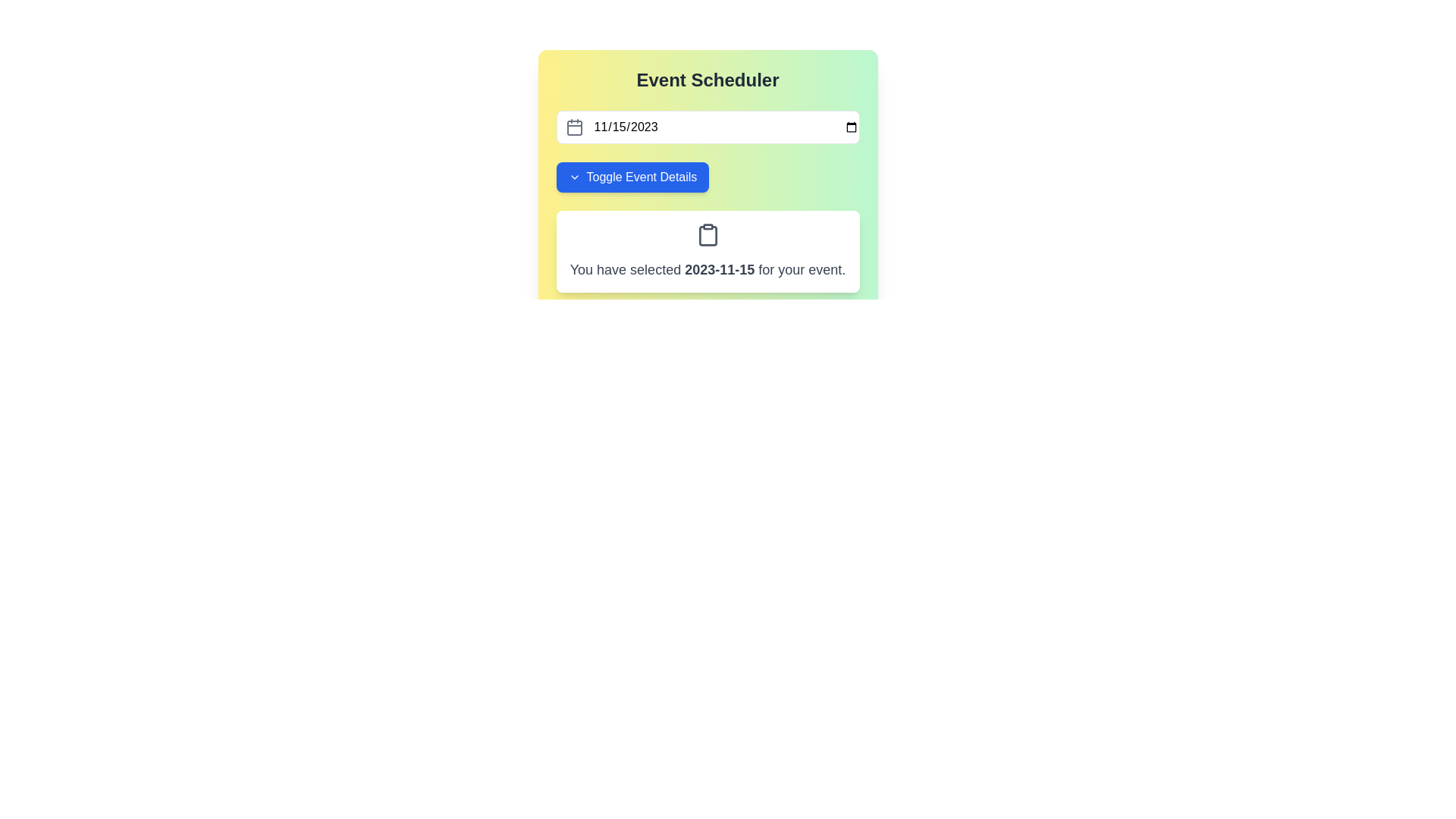  I want to click on the clipboard icon, which has a dark gray color and is positioned slightly downward from the top center of a white box, so click(707, 236).